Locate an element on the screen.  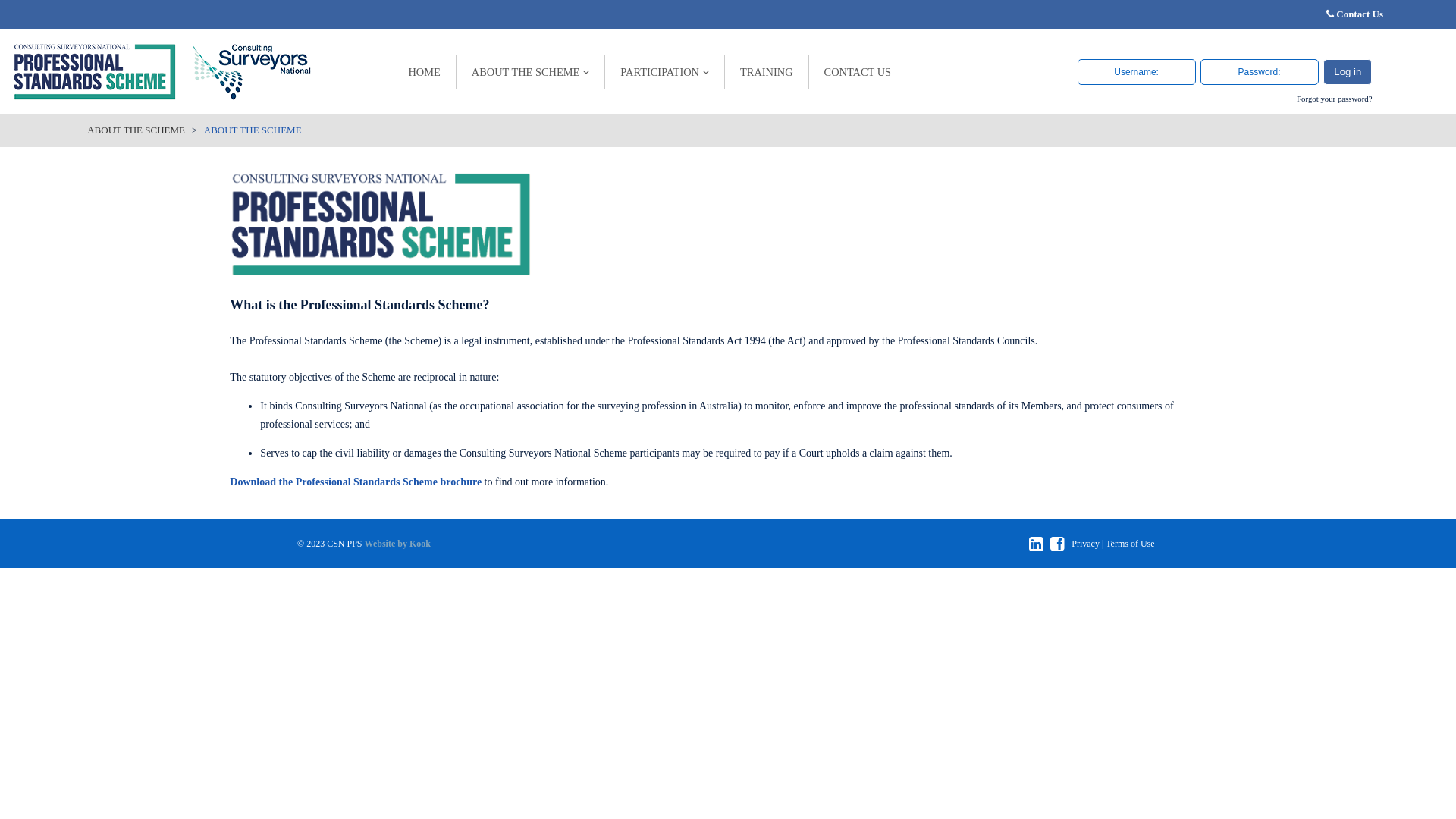
'PARTICIPATION' is located at coordinates (665, 72).